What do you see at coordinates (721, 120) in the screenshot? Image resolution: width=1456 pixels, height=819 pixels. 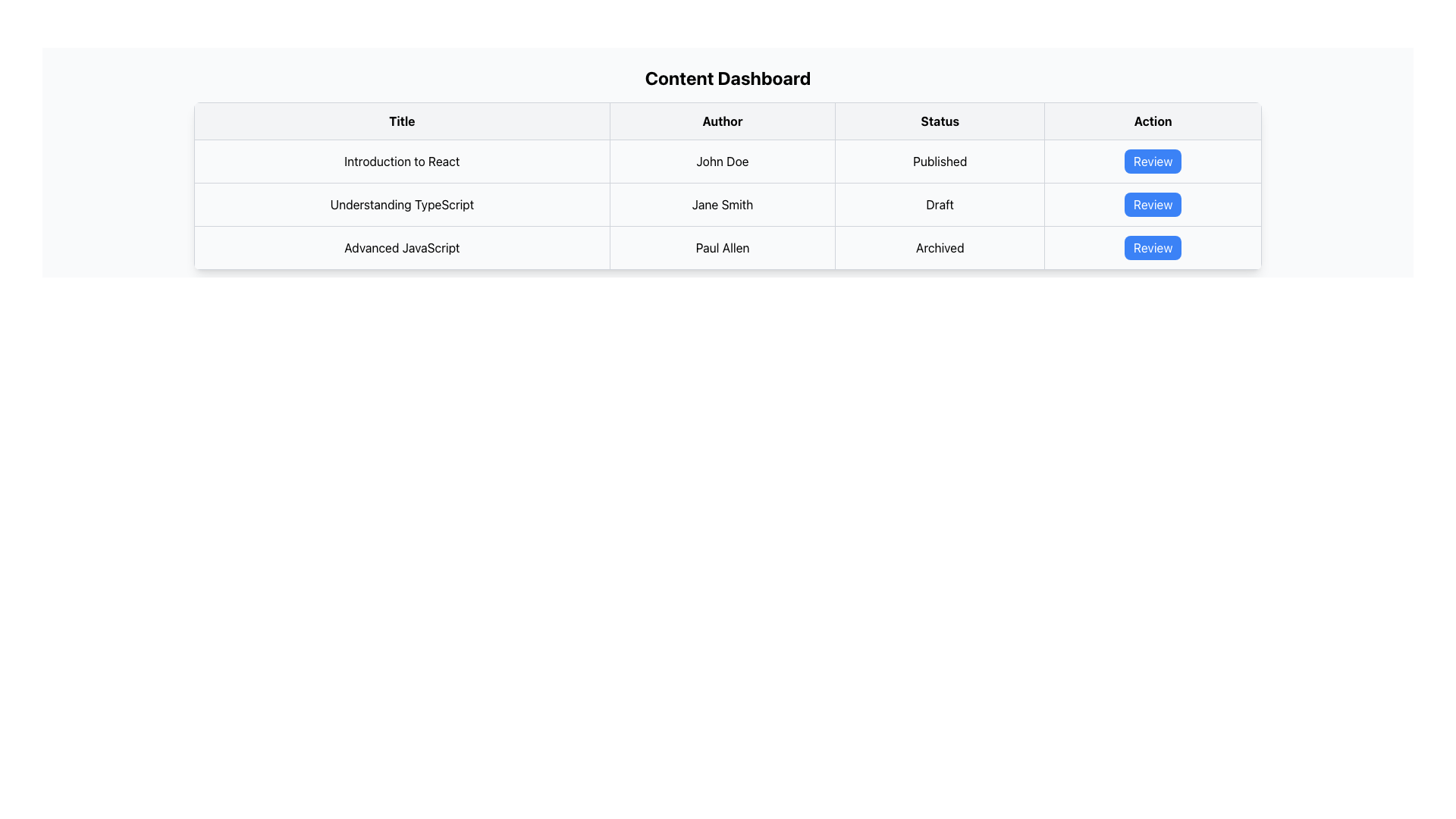 I see `the 'Author' table header cell, which is the second cell from the left in the header row of the table, positioned between the 'Title' and 'Status' header cells` at bounding box center [721, 120].